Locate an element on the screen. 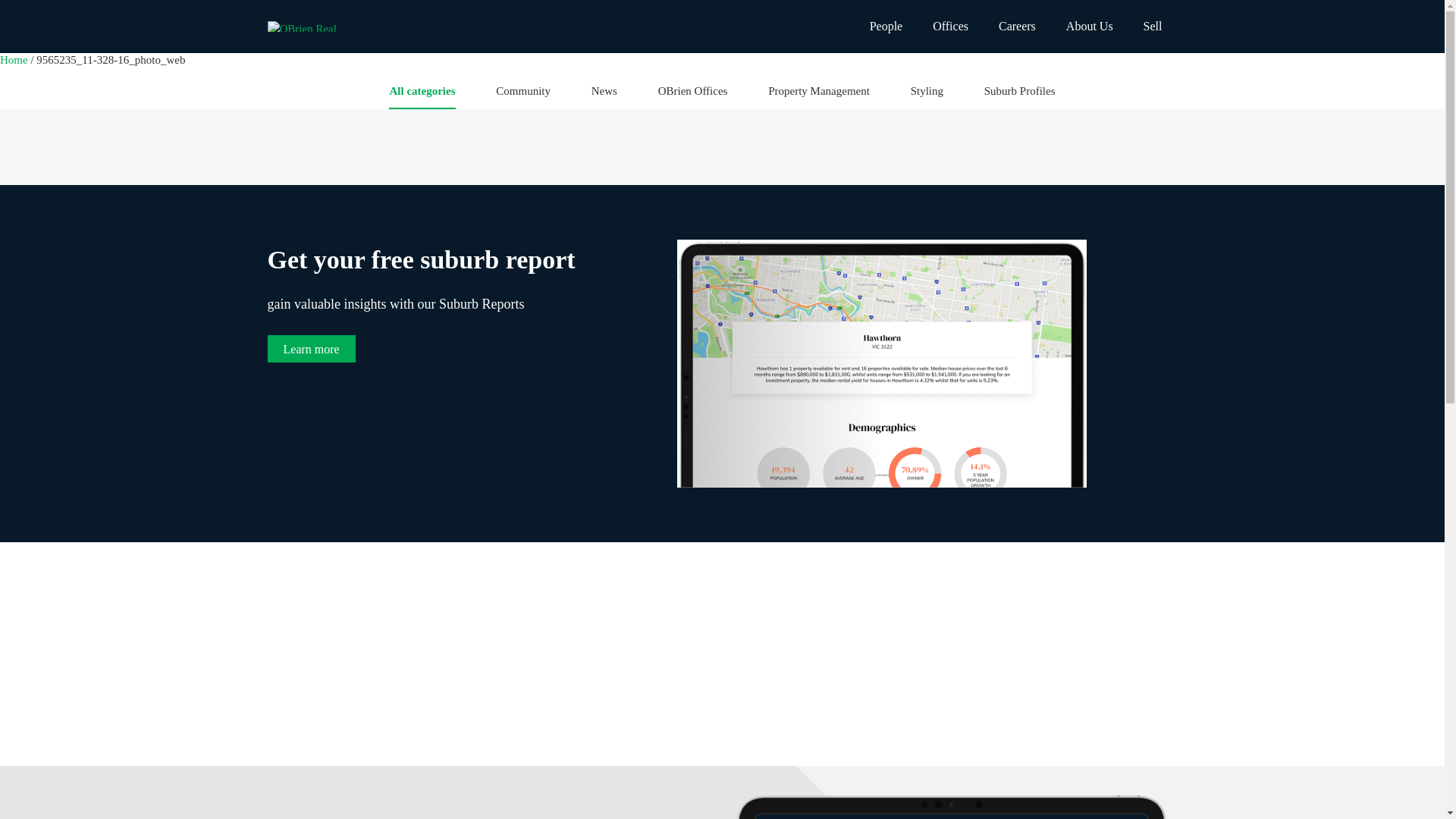 The height and width of the screenshot is (819, 1456). 'Styling' is located at coordinates (926, 96).